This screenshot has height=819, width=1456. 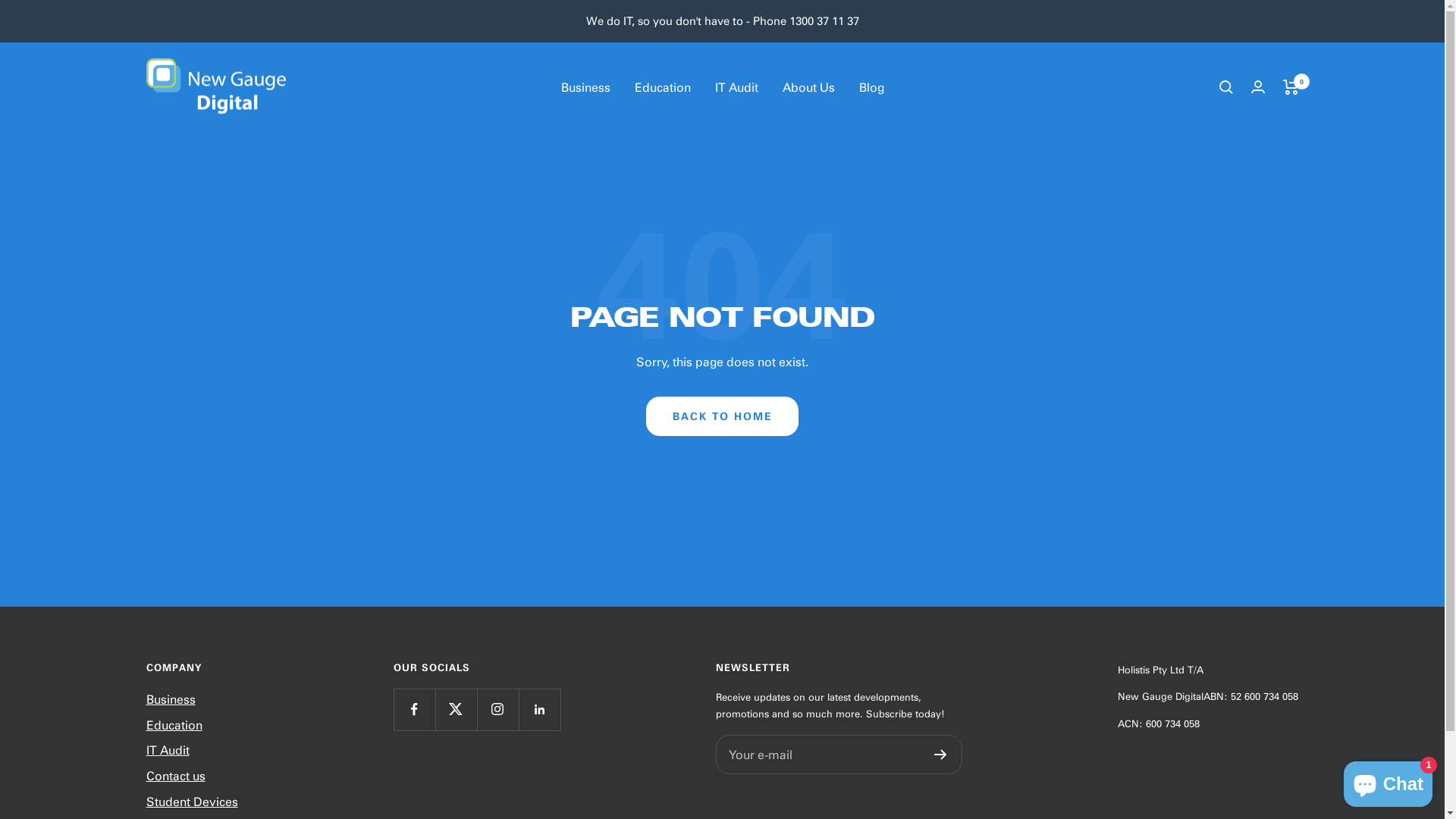 I want to click on 'BACK TO HOME', so click(x=721, y=416).